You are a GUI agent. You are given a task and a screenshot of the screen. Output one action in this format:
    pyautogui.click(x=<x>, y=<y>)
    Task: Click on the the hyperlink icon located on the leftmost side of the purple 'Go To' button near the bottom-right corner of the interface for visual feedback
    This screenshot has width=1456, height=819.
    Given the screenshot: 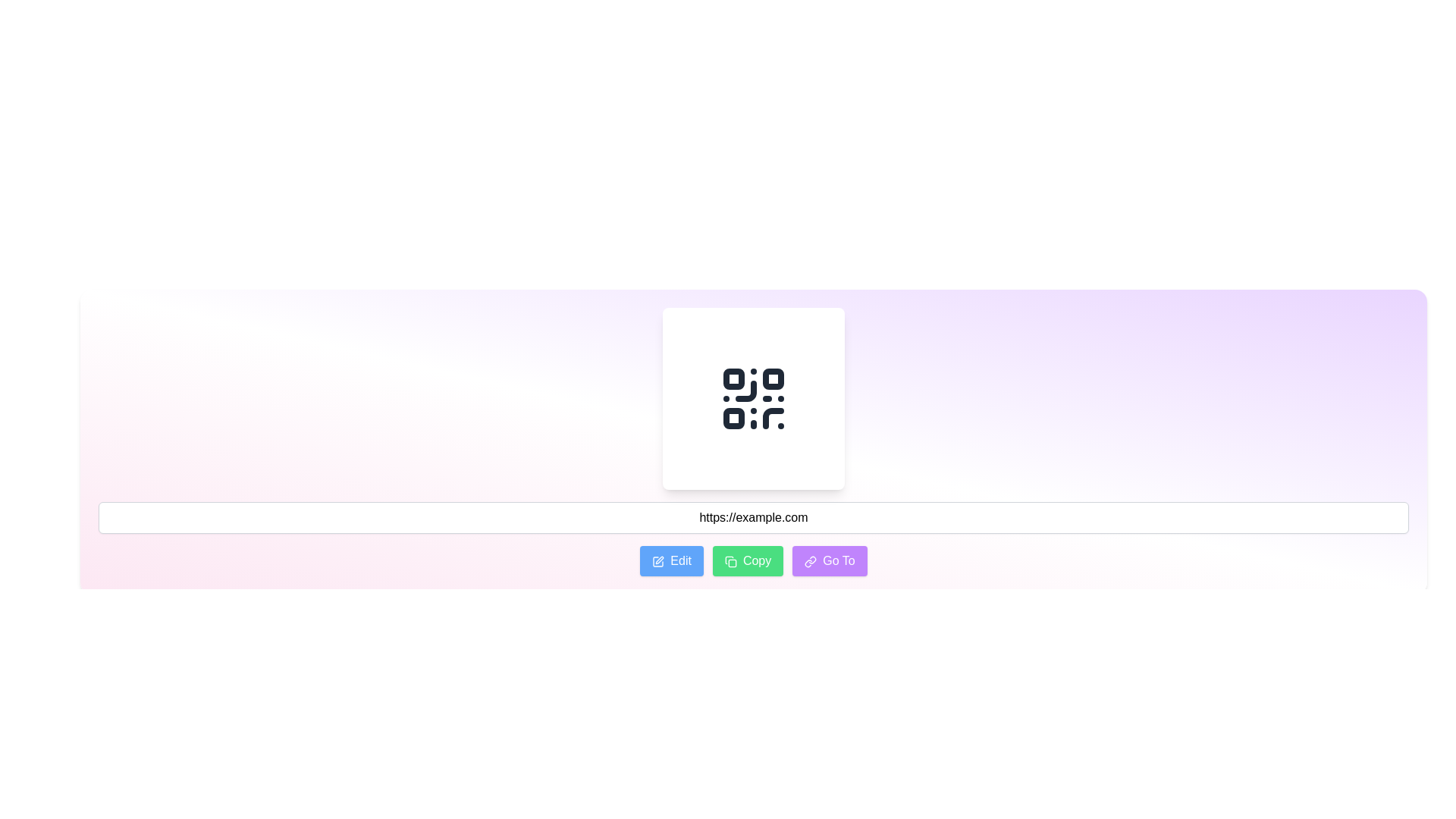 What is the action you would take?
    pyautogui.click(x=810, y=561)
    